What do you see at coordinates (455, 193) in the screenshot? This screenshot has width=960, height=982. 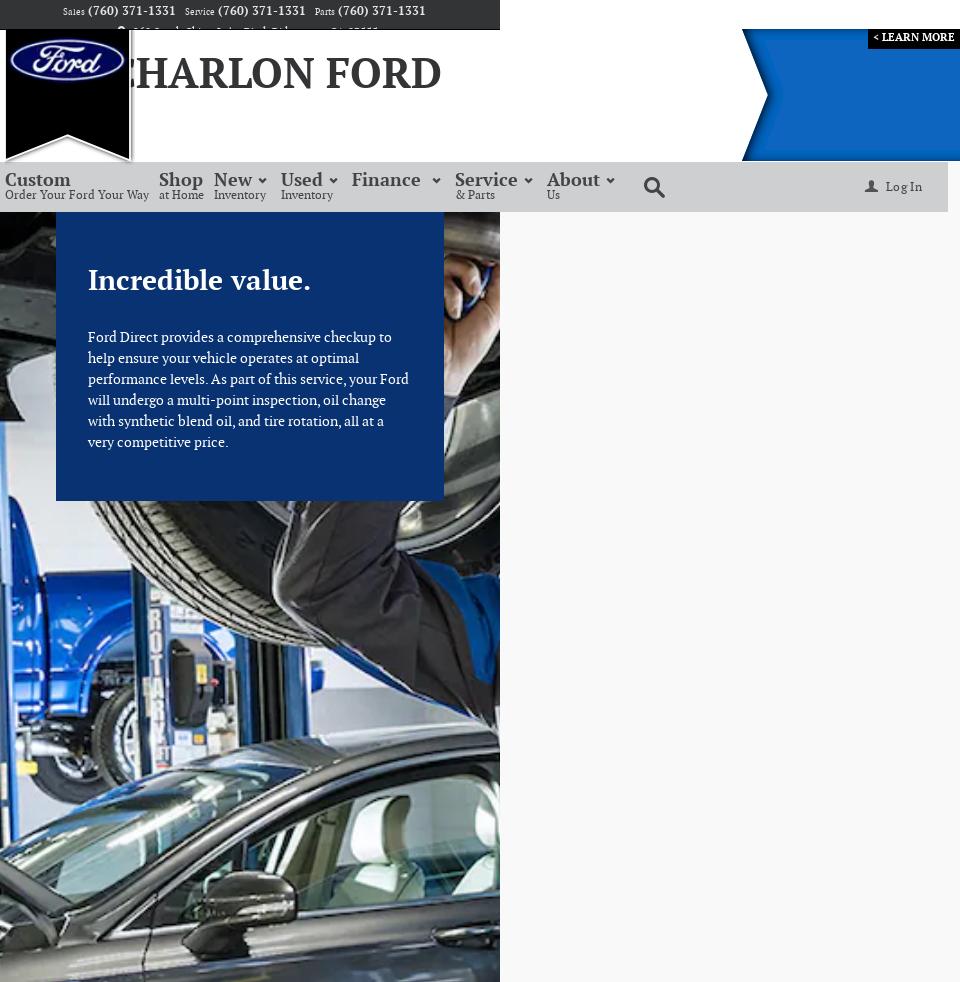 I see `'& Parts'` at bounding box center [455, 193].